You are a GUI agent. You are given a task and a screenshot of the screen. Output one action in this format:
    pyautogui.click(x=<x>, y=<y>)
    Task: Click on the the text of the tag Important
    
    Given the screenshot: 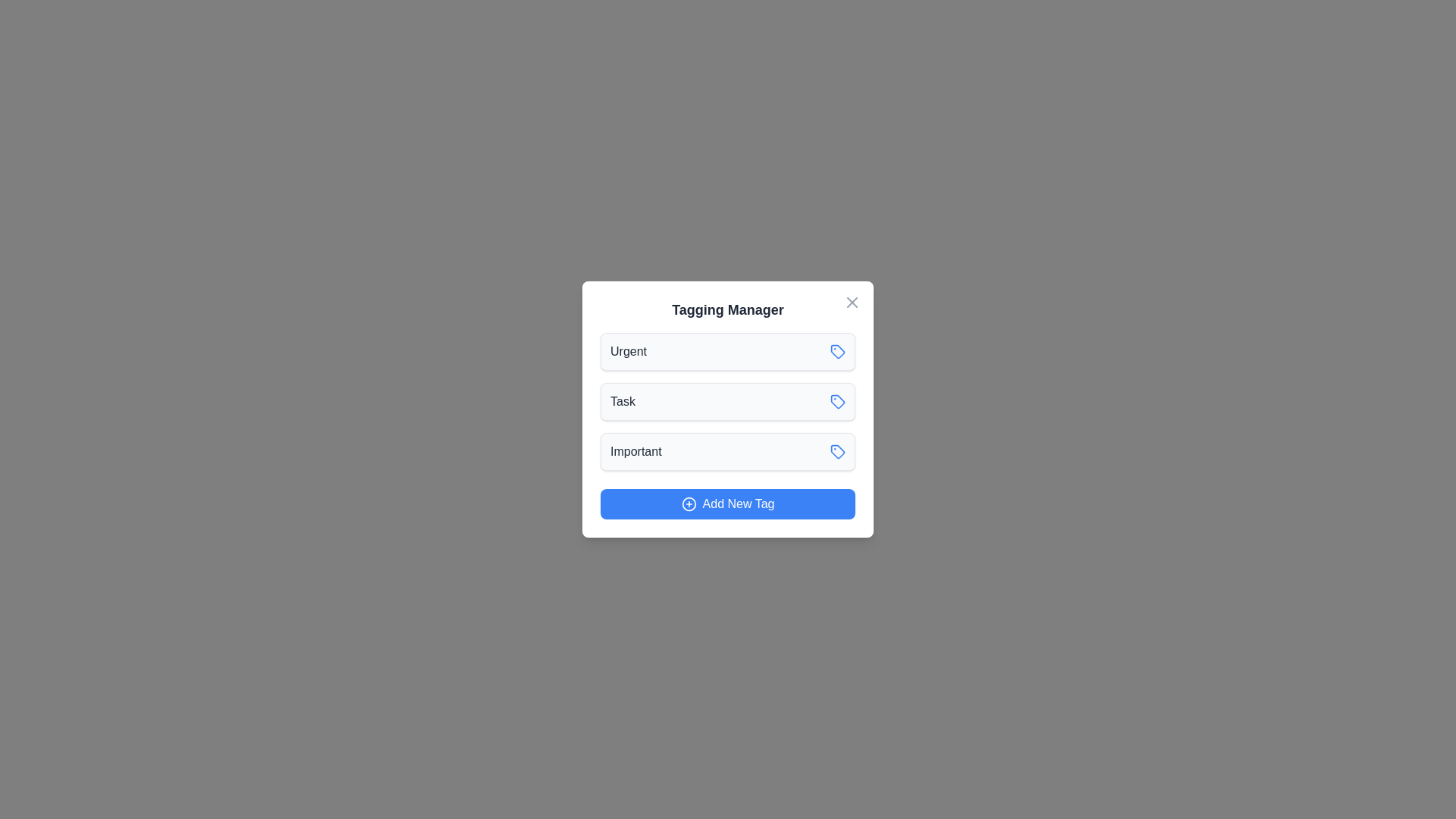 What is the action you would take?
    pyautogui.click(x=635, y=451)
    